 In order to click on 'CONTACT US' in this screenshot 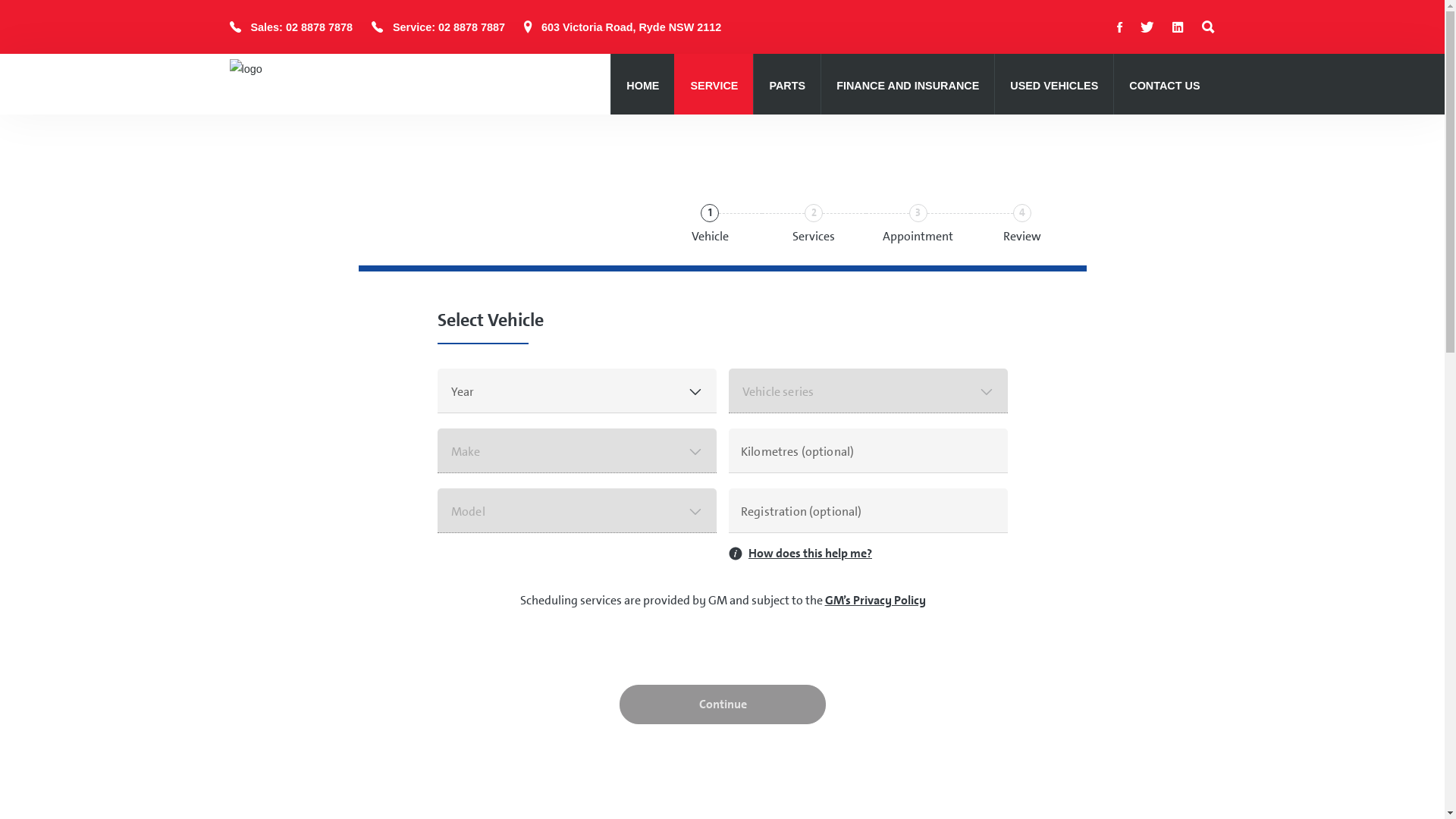, I will do `click(1163, 85)`.